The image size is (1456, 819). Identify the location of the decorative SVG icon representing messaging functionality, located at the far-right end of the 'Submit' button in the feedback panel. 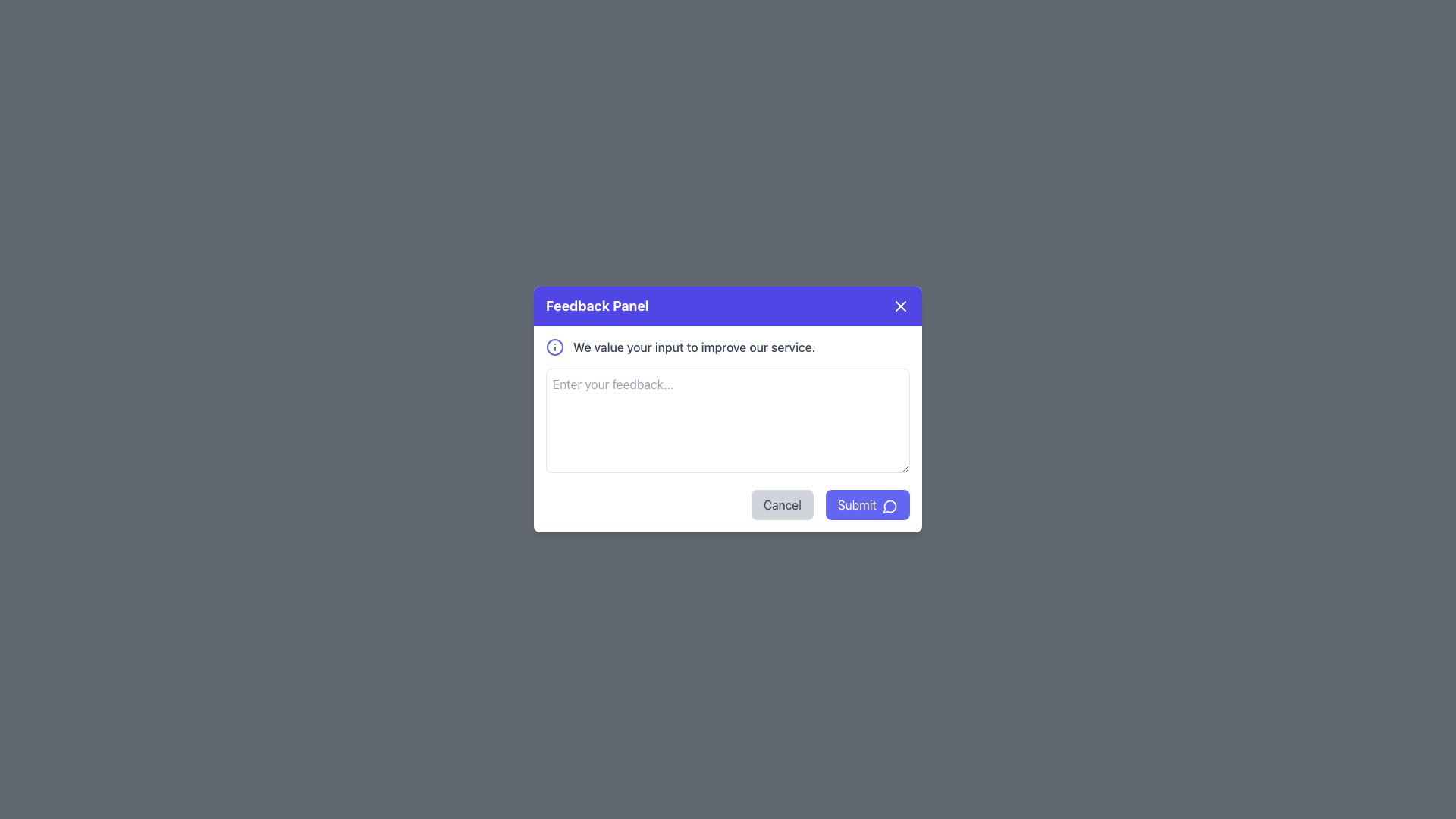
(890, 506).